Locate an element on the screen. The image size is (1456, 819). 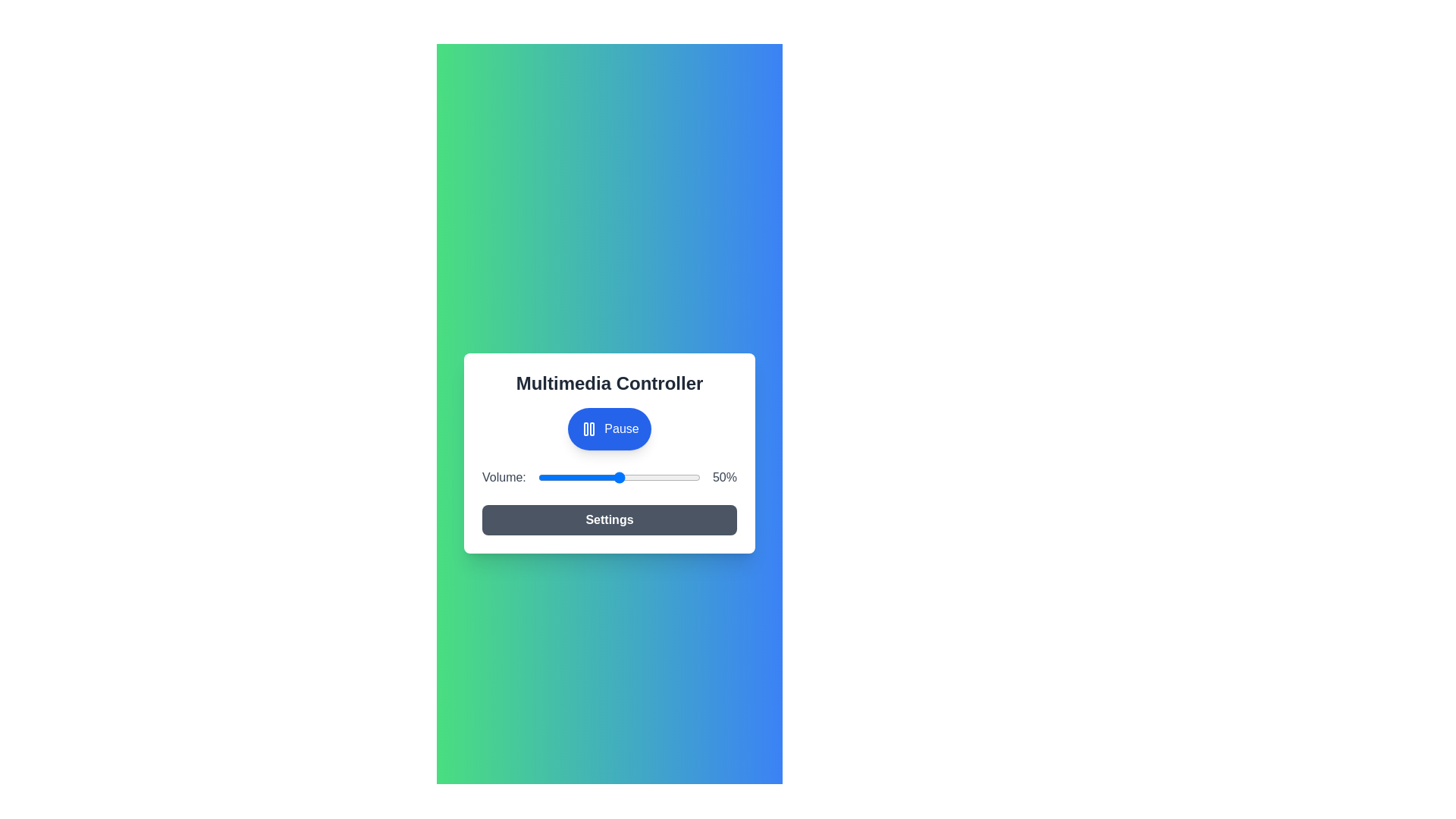
the volume is located at coordinates (647, 476).